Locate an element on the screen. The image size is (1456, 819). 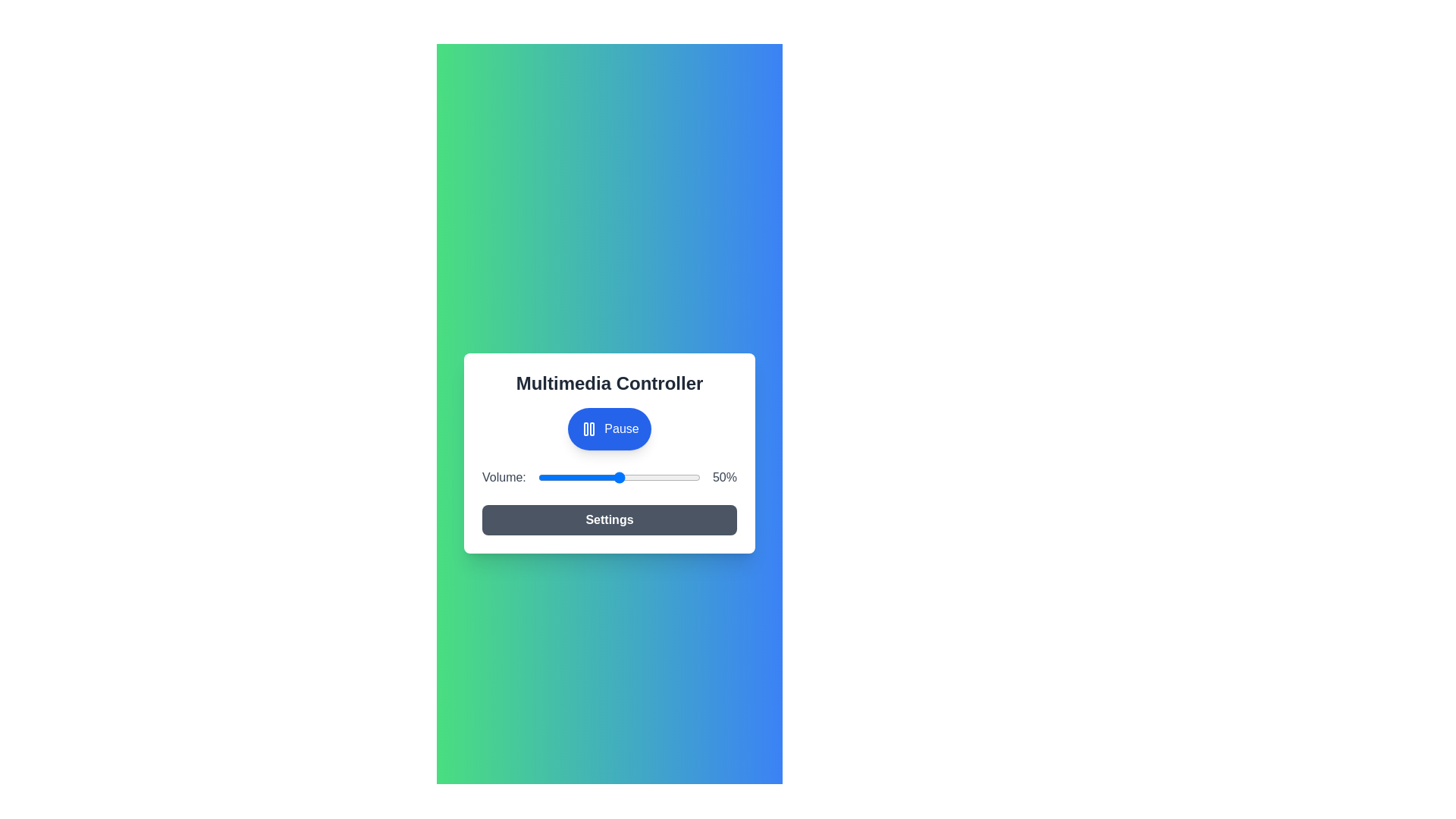
the volume is located at coordinates (647, 476).